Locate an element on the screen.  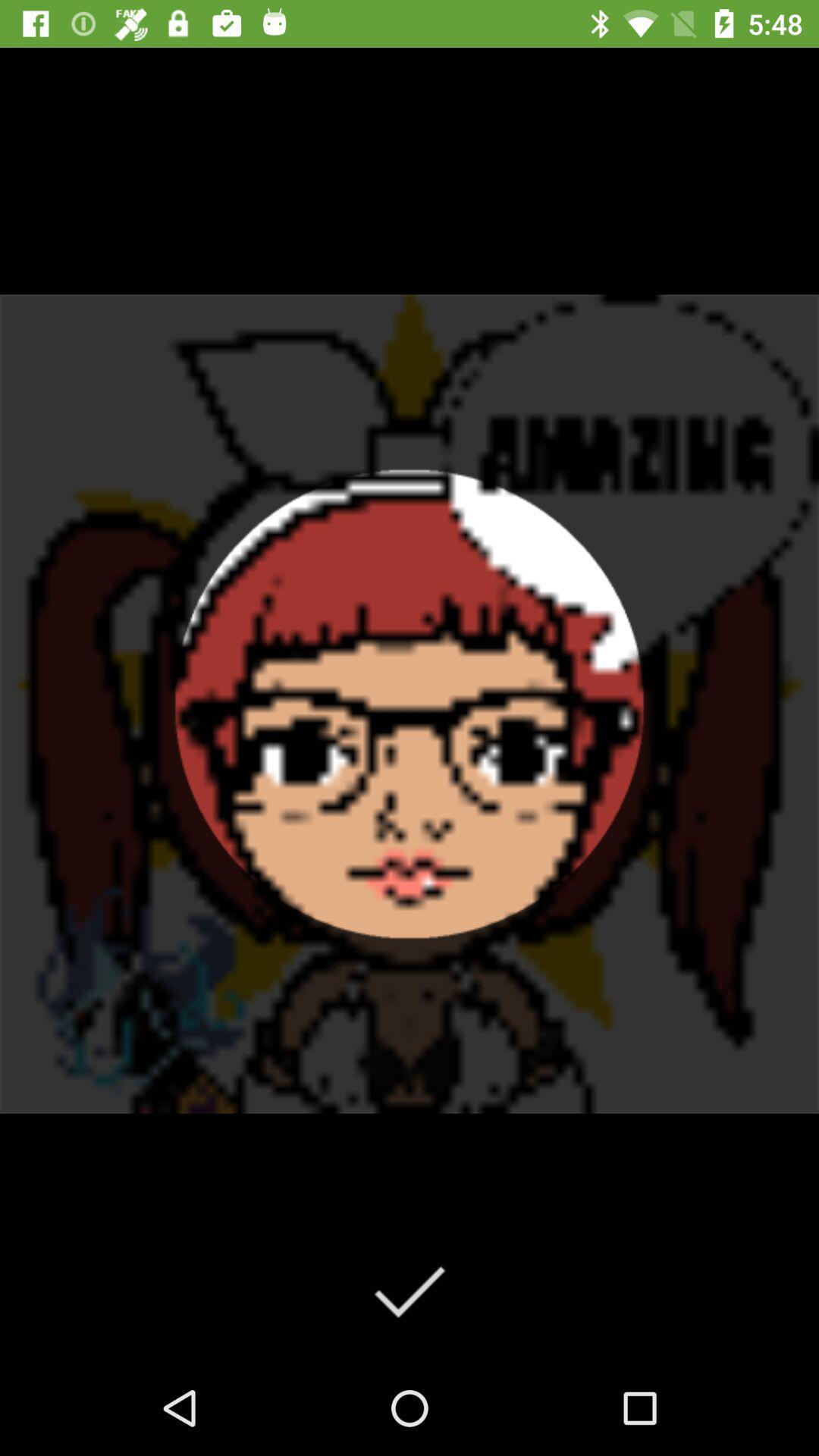
confirm selection is located at coordinates (408, 1290).